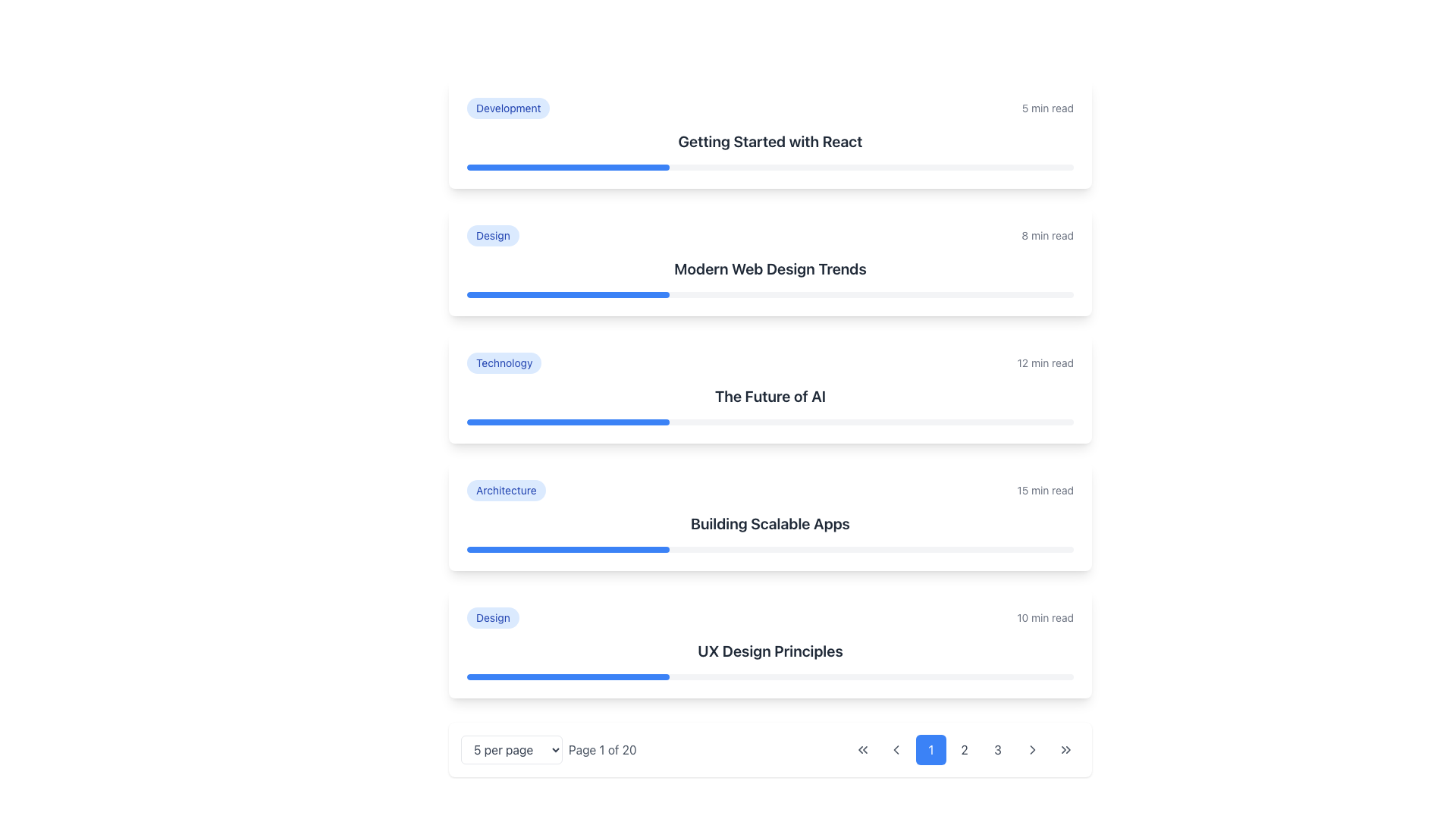 The width and height of the screenshot is (1456, 819). What do you see at coordinates (770, 396) in the screenshot?
I see `the text component displaying 'The Future of AI', which is styled in large bold font and is centrally positioned within the card layout` at bounding box center [770, 396].